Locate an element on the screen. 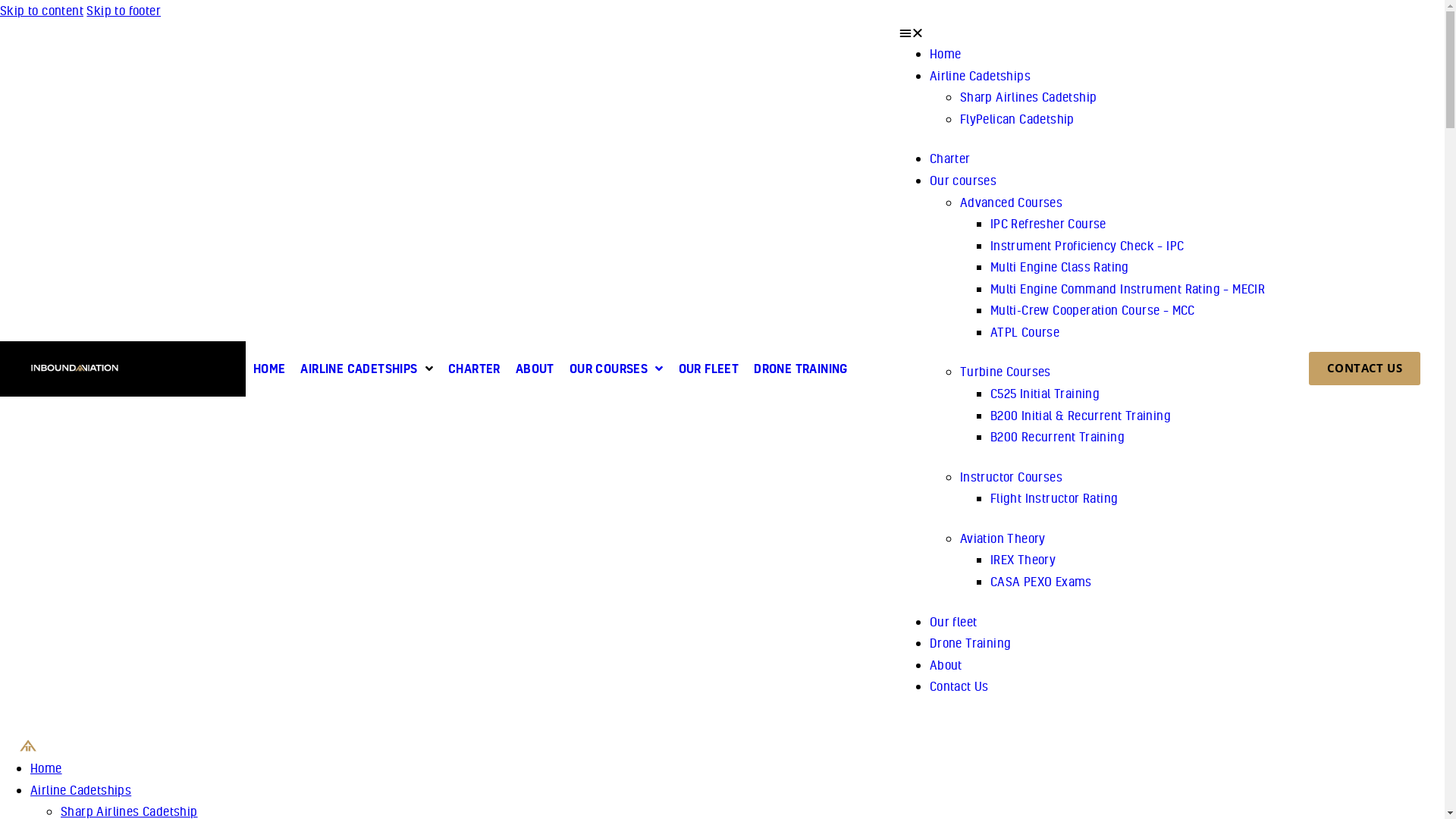  'CASA PEXO Exams' is located at coordinates (990, 580).